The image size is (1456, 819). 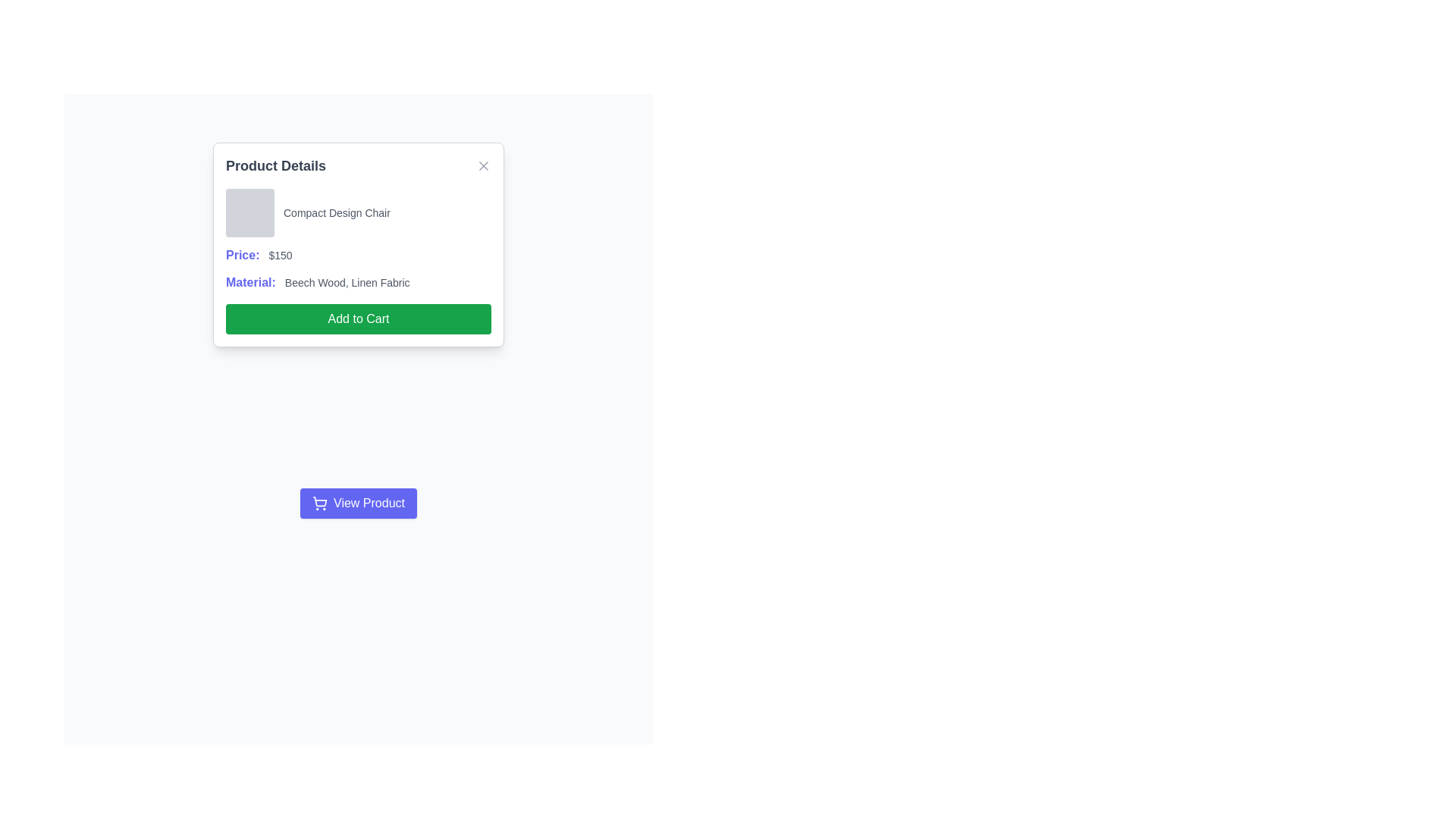 What do you see at coordinates (358, 213) in the screenshot?
I see `text 'Compact Design Chair' from the first section of the 'Product Details' modal dialog box, which is visually aligned horizontally with a small gray square to the left` at bounding box center [358, 213].